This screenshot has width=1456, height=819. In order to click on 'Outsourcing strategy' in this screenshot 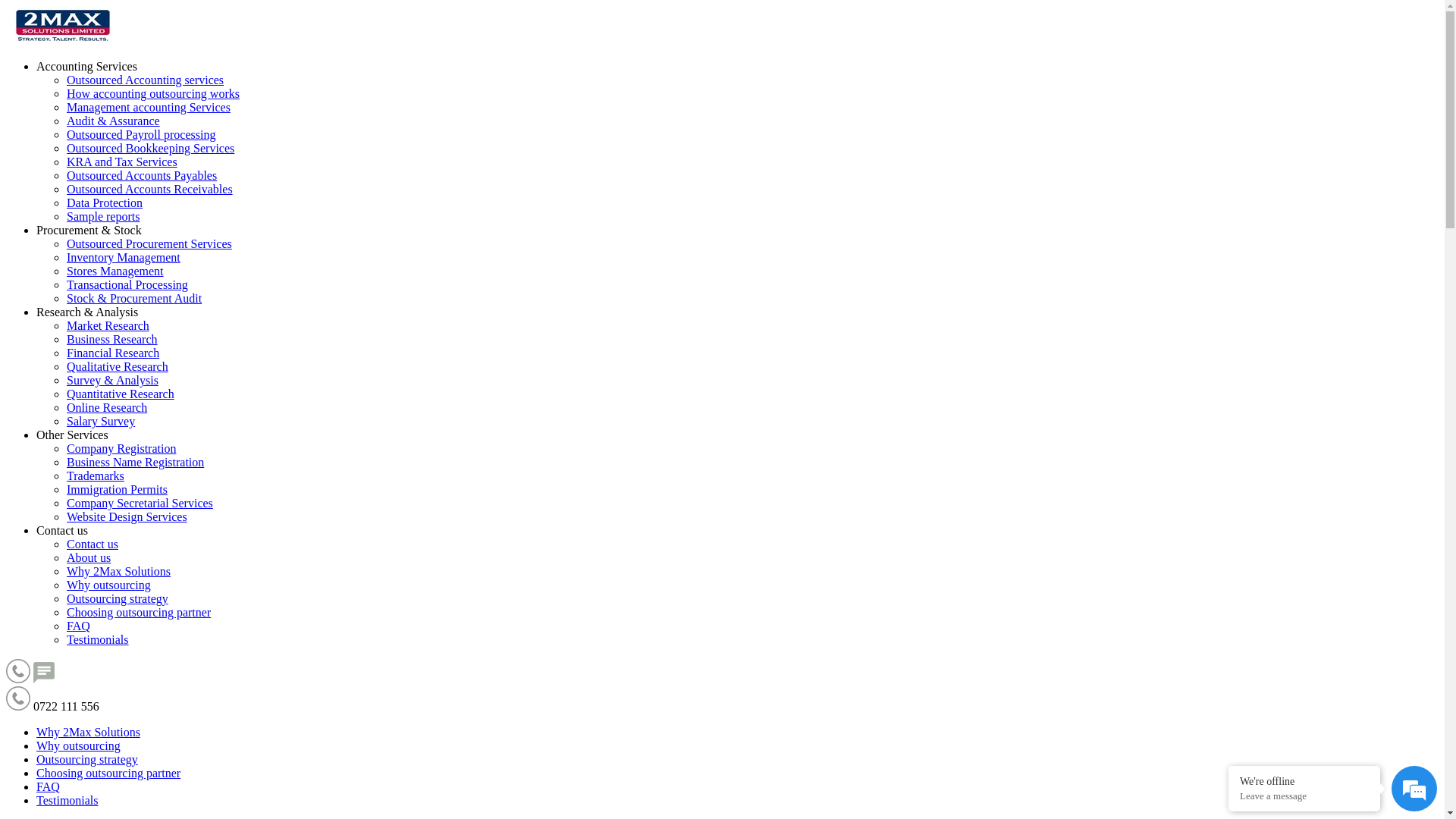, I will do `click(86, 759)`.